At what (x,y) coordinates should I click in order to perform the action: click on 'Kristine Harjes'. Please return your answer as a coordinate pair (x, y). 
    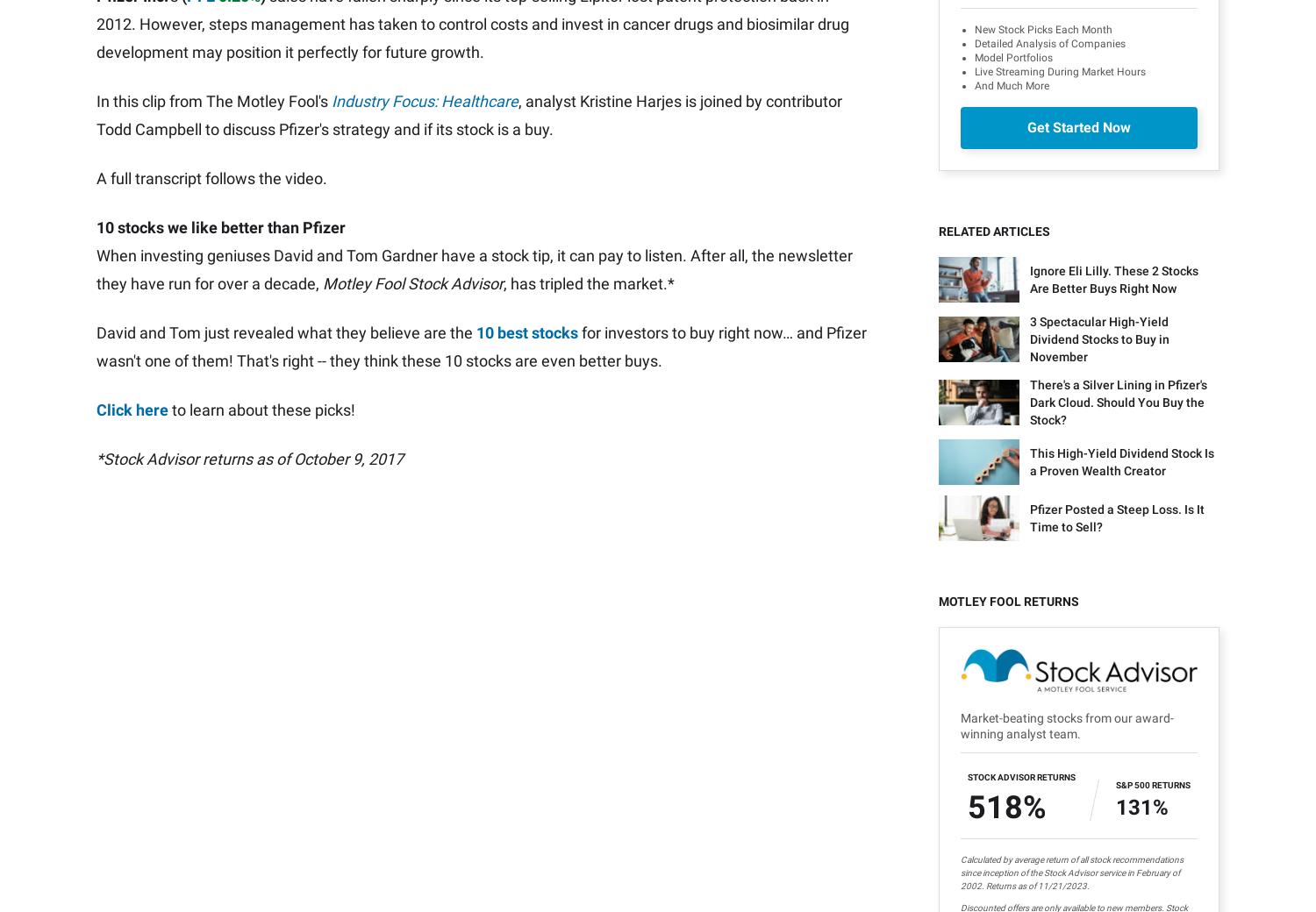
    Looking at the image, I should click on (131, 104).